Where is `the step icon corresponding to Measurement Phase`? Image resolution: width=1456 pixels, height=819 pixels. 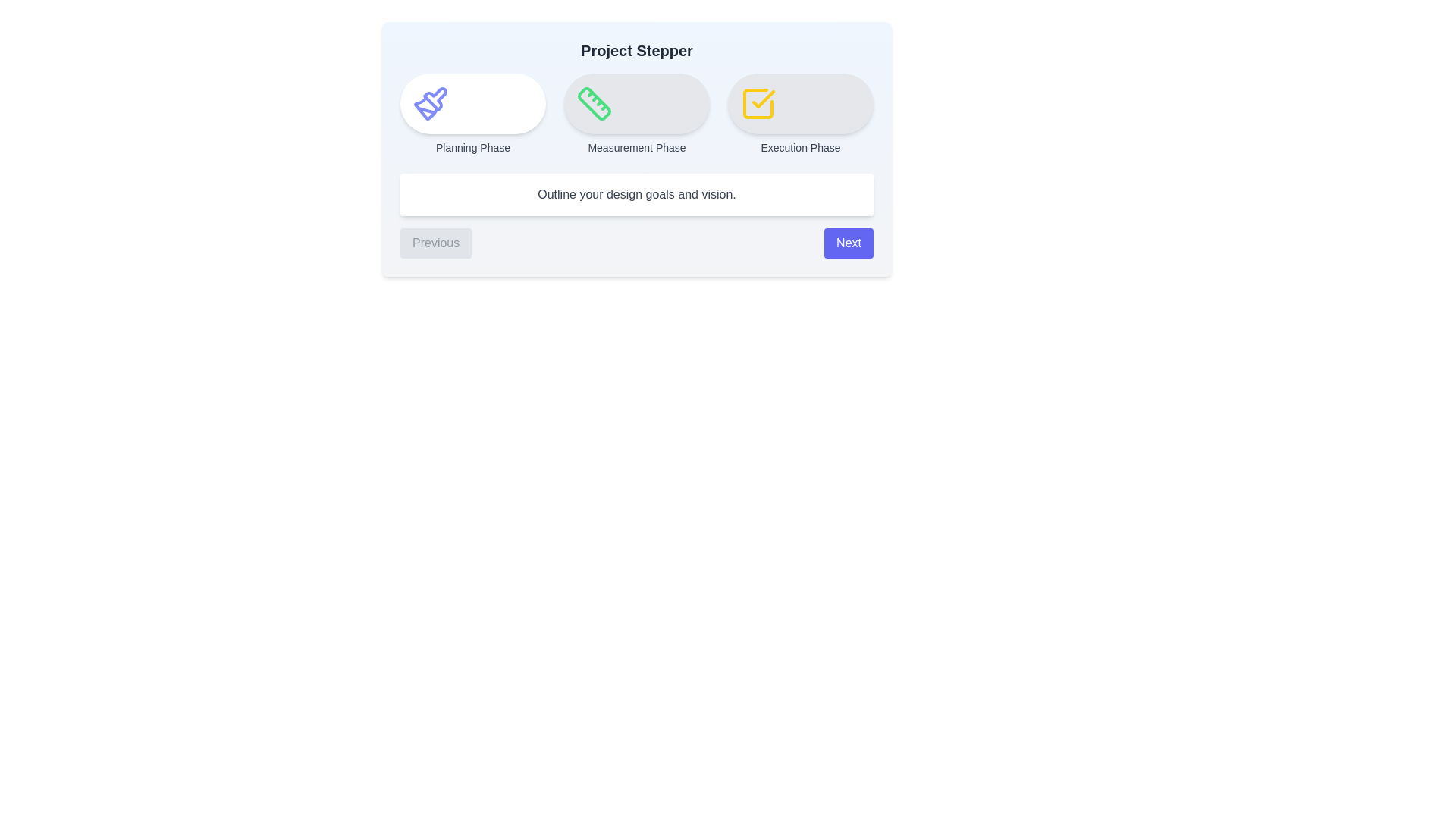
the step icon corresponding to Measurement Phase is located at coordinates (637, 103).